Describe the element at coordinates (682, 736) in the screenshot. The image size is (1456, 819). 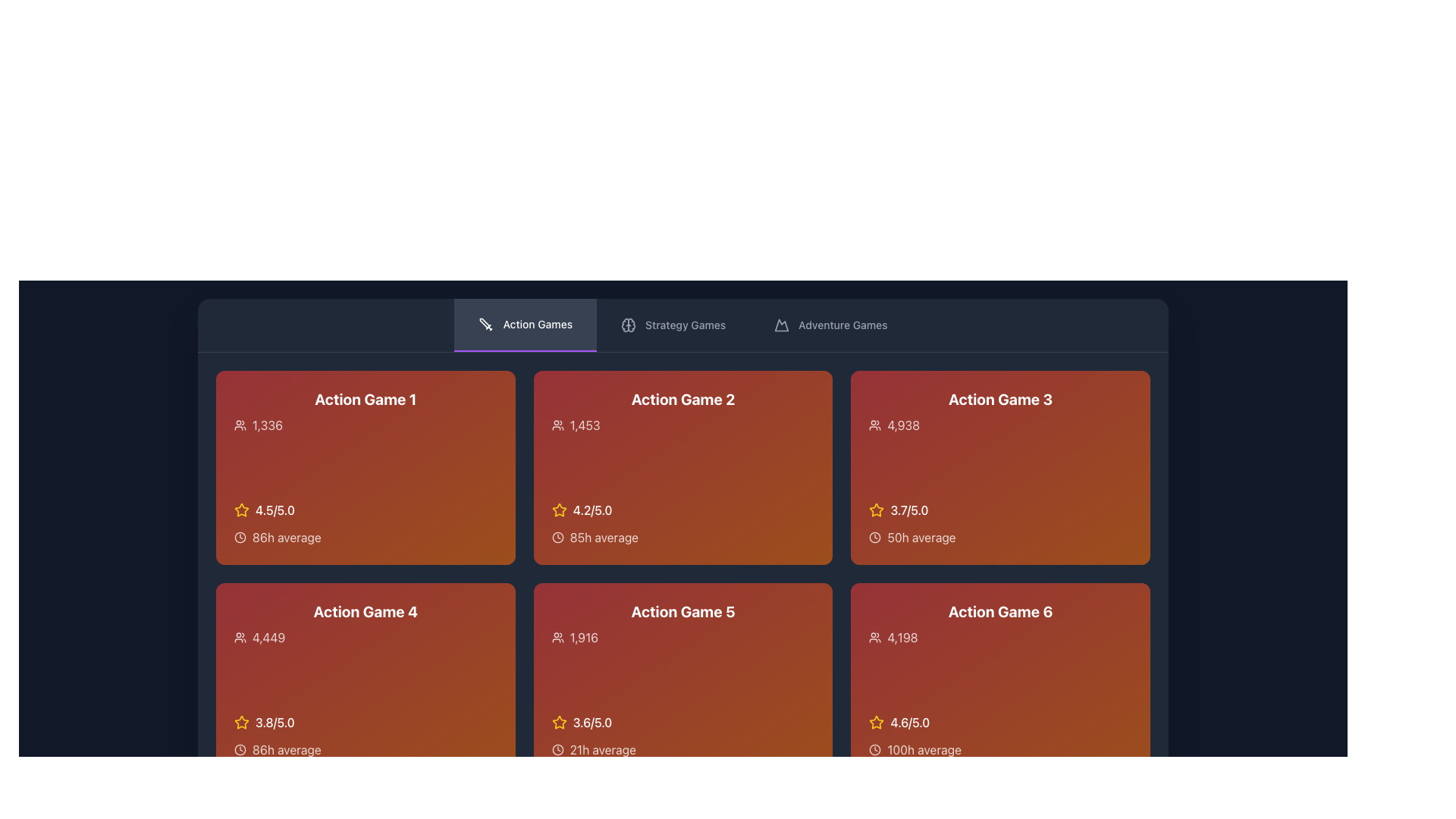
I see `the Composite information display that provides information about the game 'Action Game 5', located at the bottom section of the game card` at that location.